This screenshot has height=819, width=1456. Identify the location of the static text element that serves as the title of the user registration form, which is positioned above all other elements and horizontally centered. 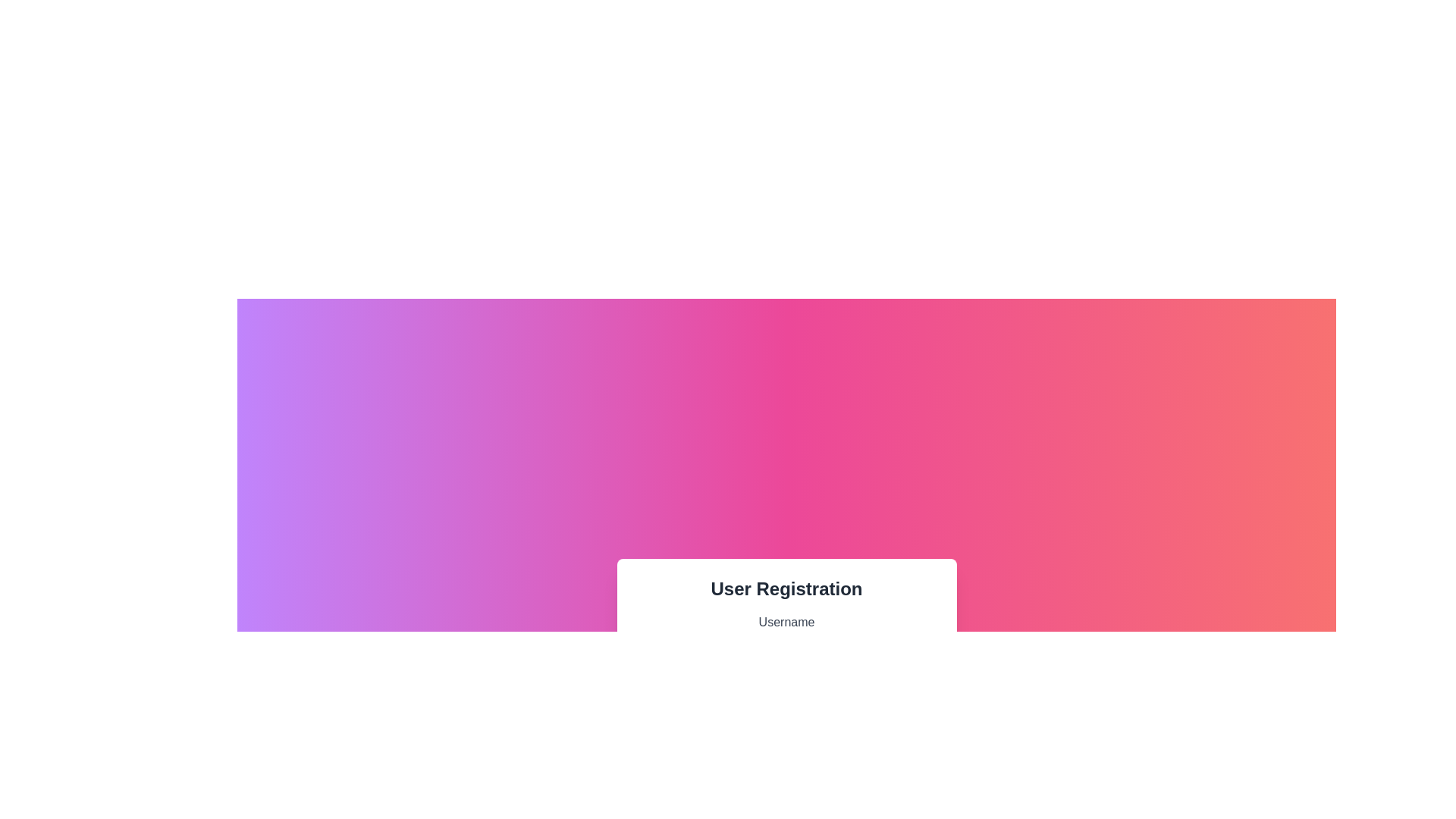
(786, 588).